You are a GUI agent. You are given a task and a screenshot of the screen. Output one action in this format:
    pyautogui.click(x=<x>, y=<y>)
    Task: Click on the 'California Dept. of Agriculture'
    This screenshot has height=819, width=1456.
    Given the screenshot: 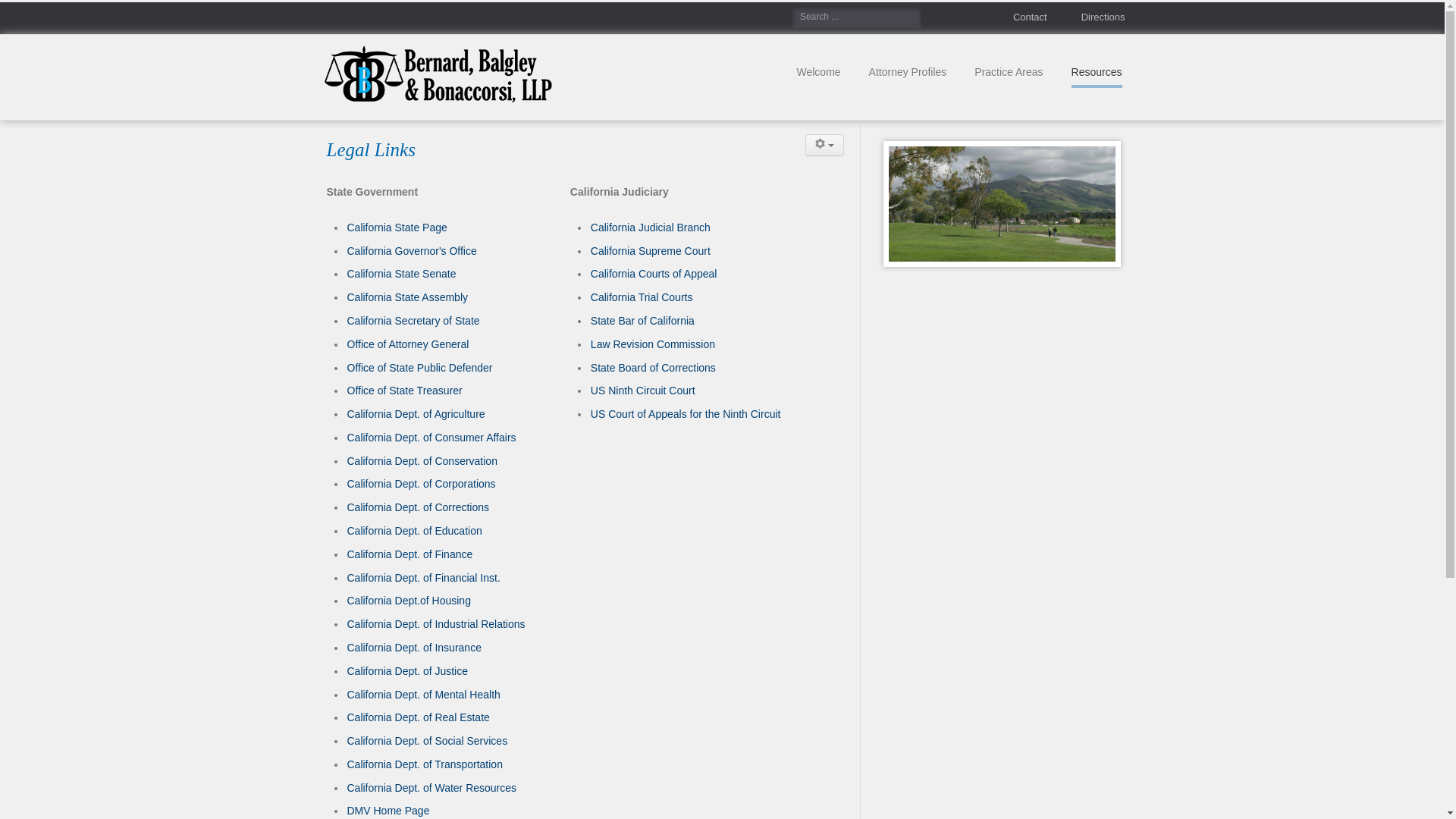 What is the action you would take?
    pyautogui.click(x=416, y=414)
    